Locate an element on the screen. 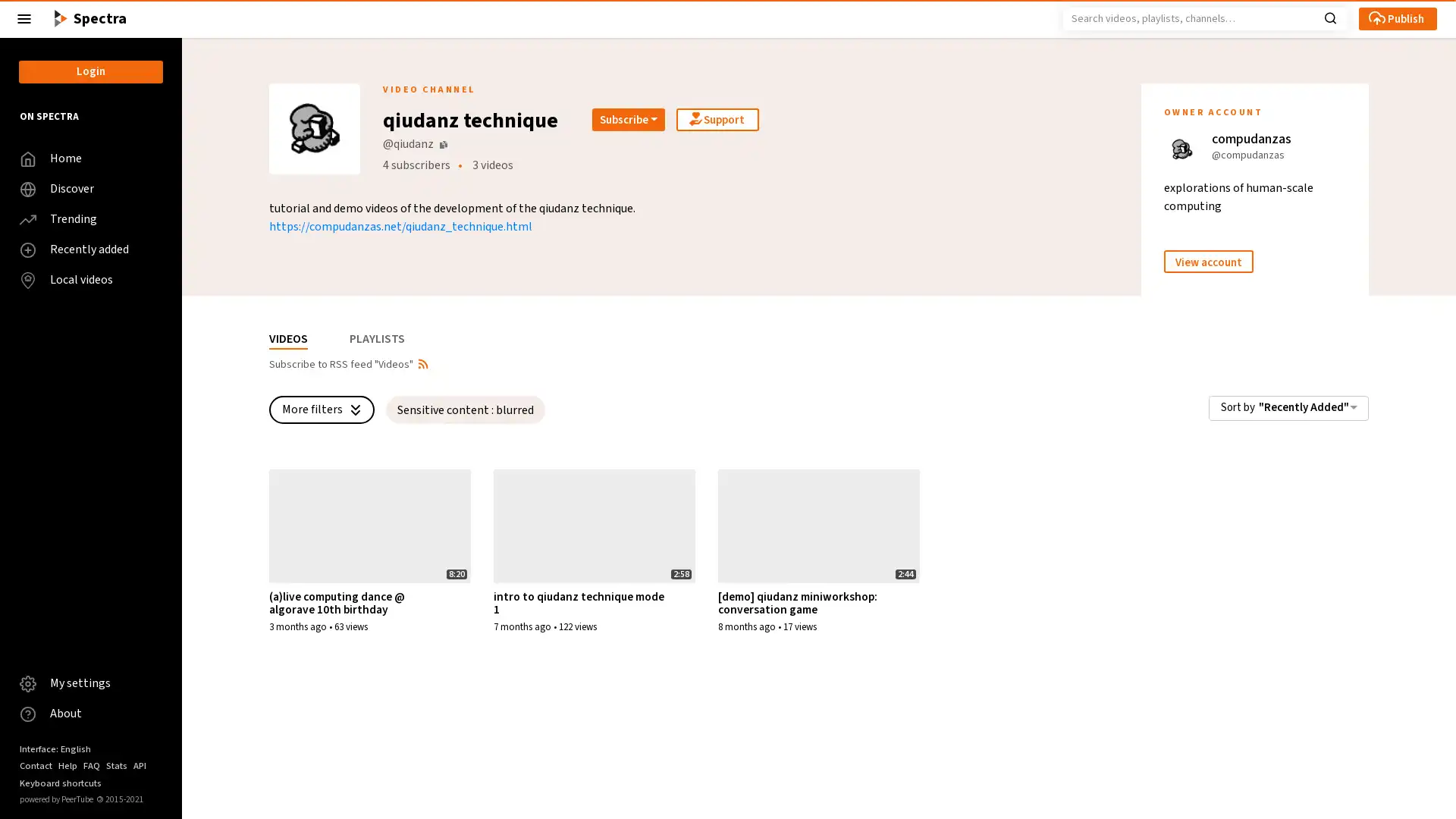  More filters is located at coordinates (321, 409).